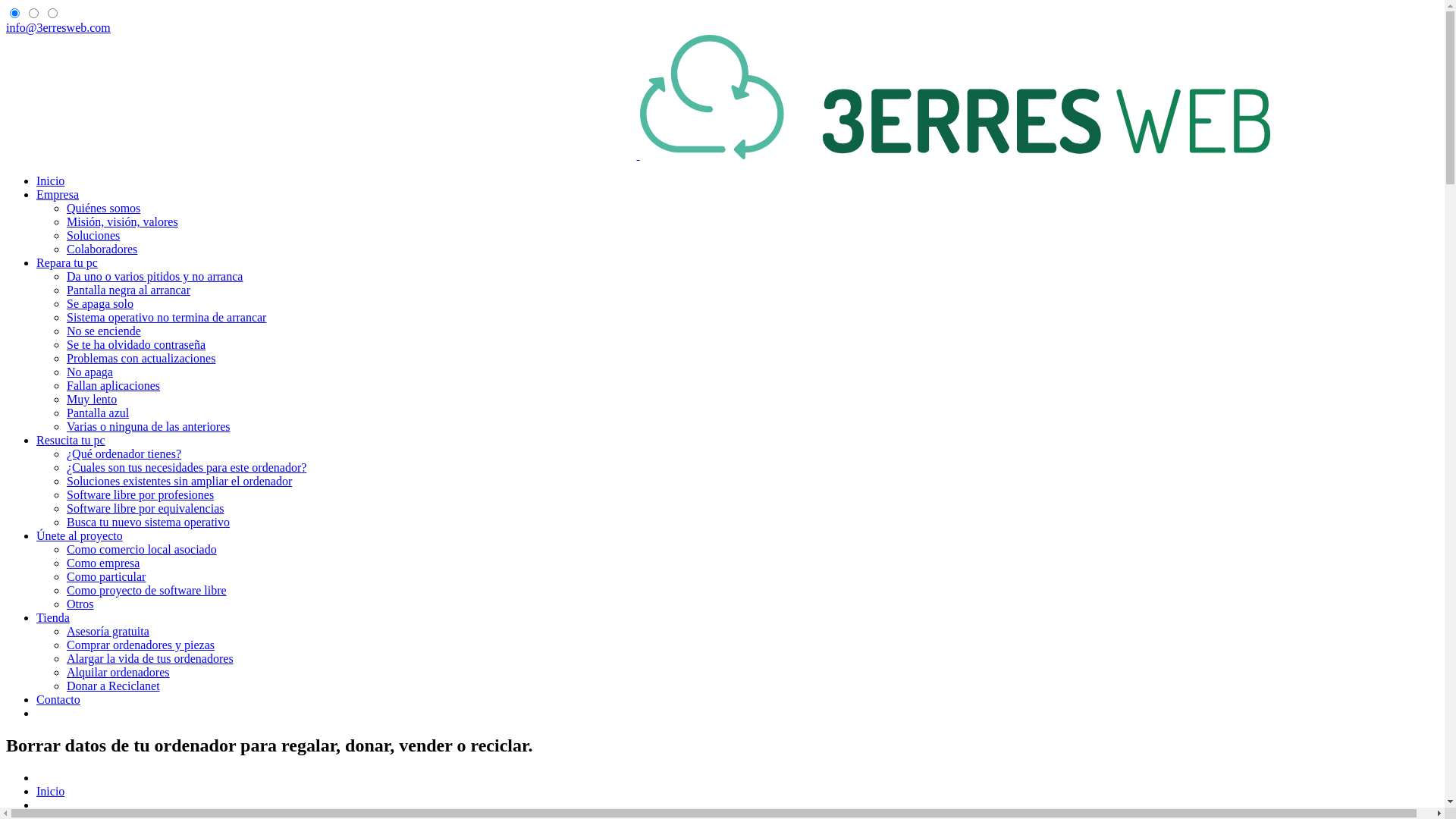 The image size is (1456, 819). Describe the element at coordinates (140, 494) in the screenshot. I see `'Software libre por profesiones'` at that location.